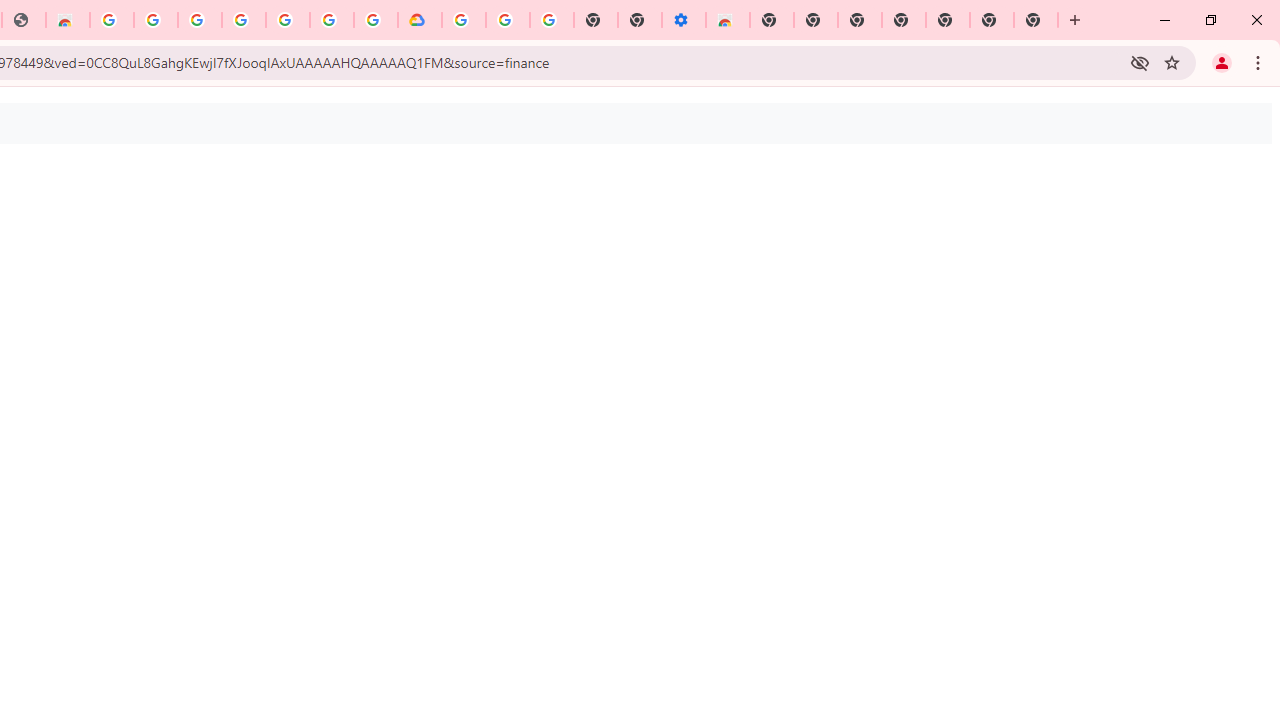  Describe the element at coordinates (508, 20) in the screenshot. I see `'Google Account Help'` at that location.